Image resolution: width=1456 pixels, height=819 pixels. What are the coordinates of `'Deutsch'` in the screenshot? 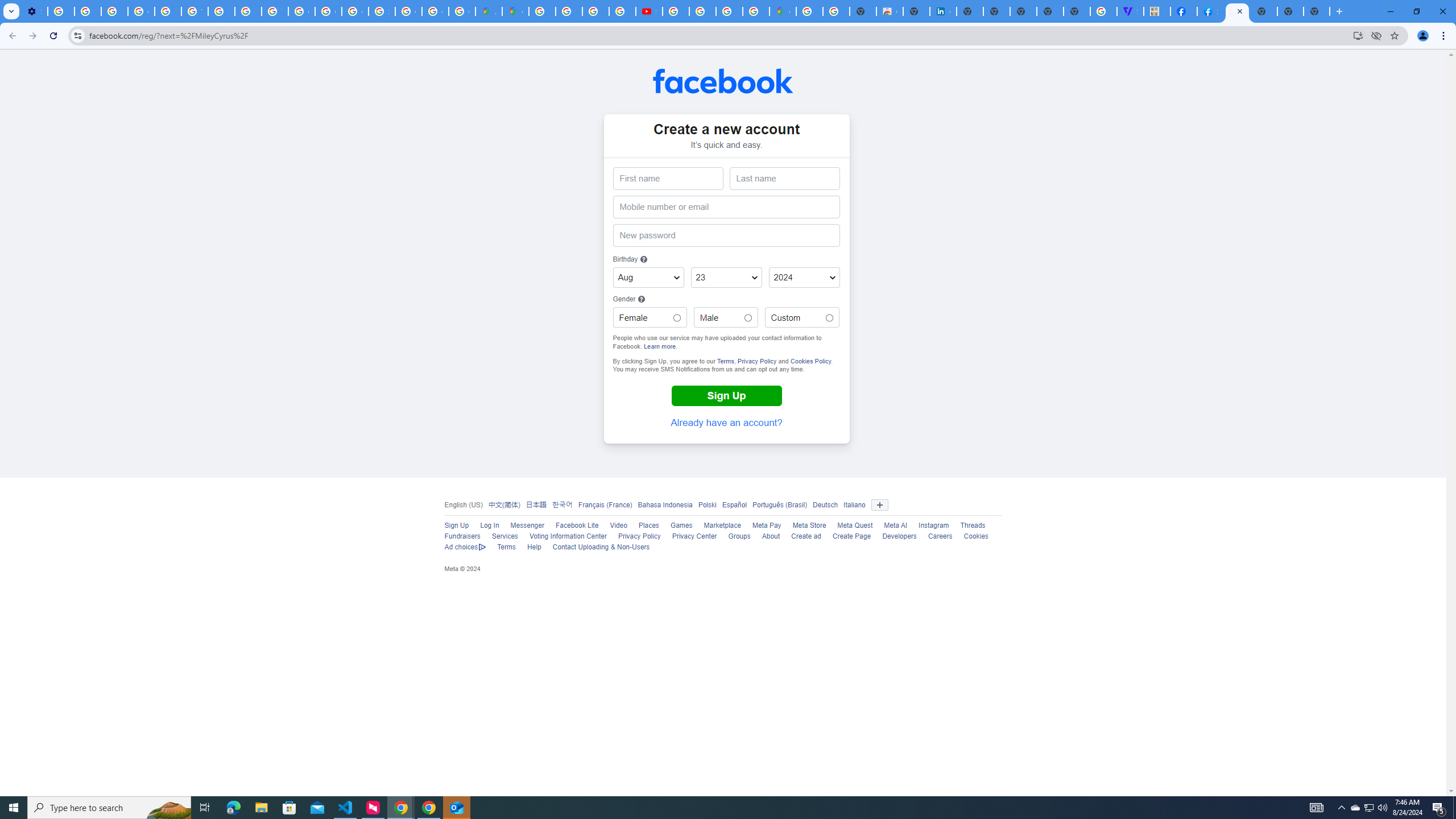 It's located at (825, 504).